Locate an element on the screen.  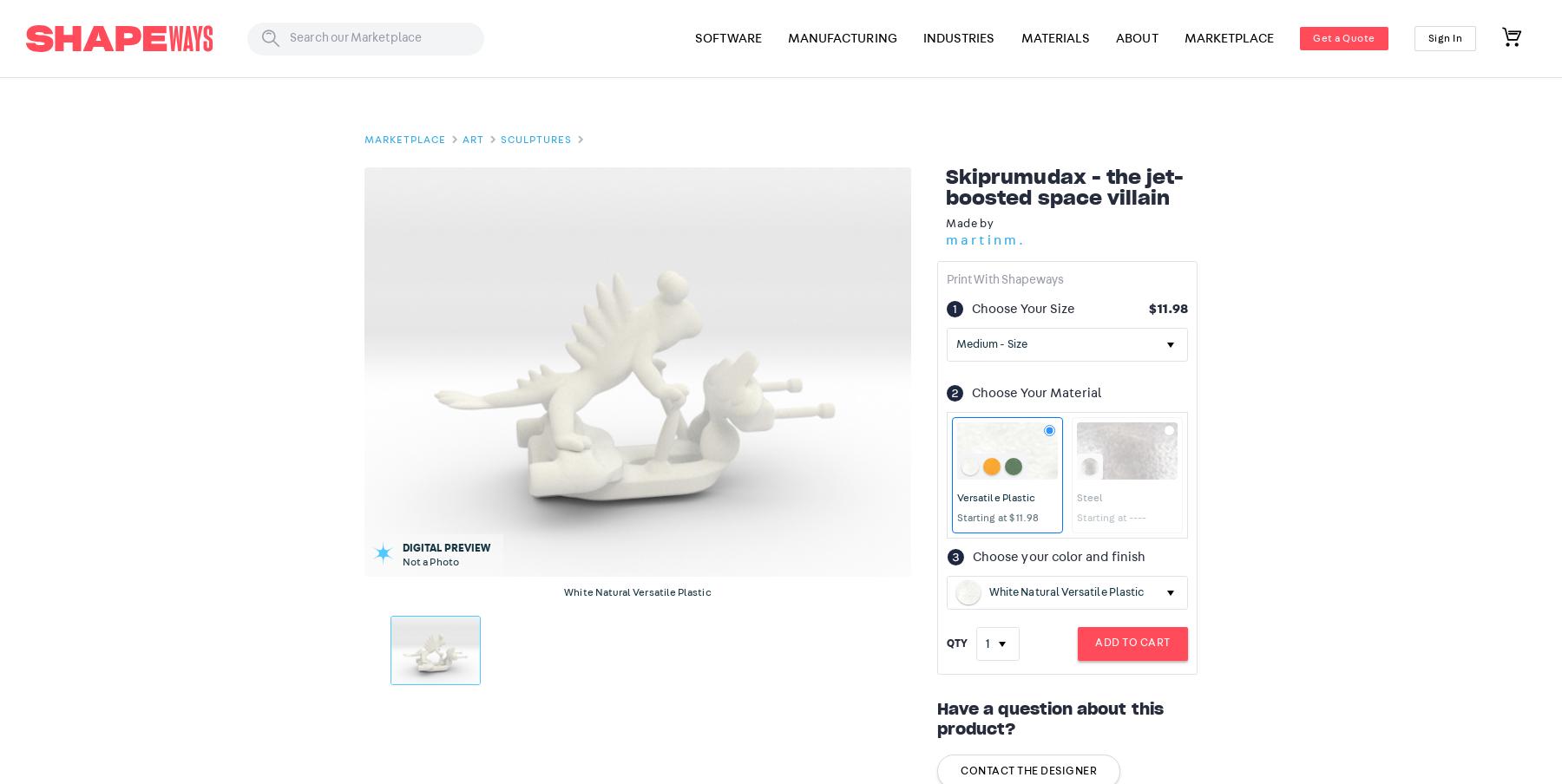
'Medium - Size' is located at coordinates (989, 343).